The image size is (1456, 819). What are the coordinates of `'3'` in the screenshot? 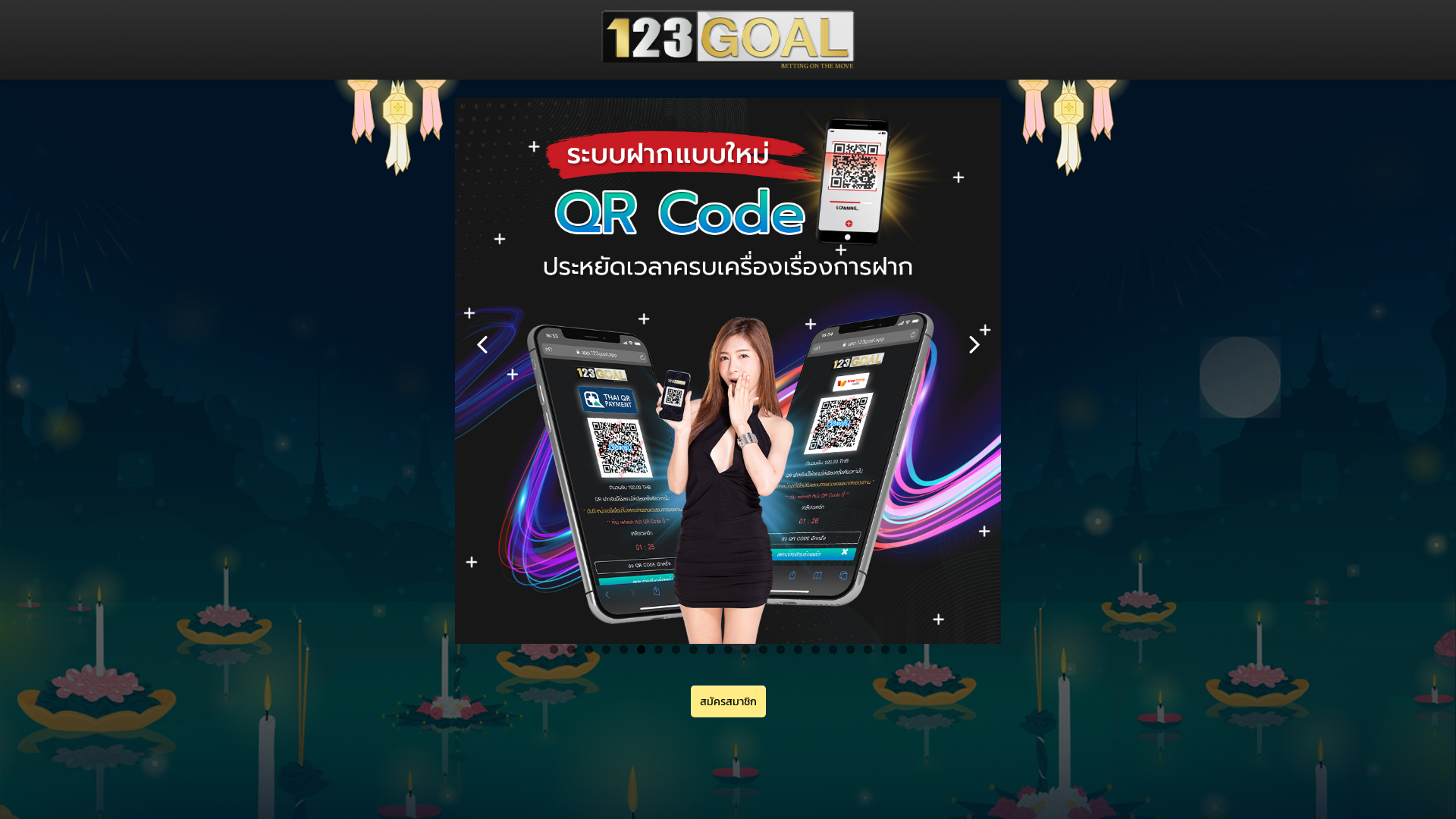 It's located at (587, 648).